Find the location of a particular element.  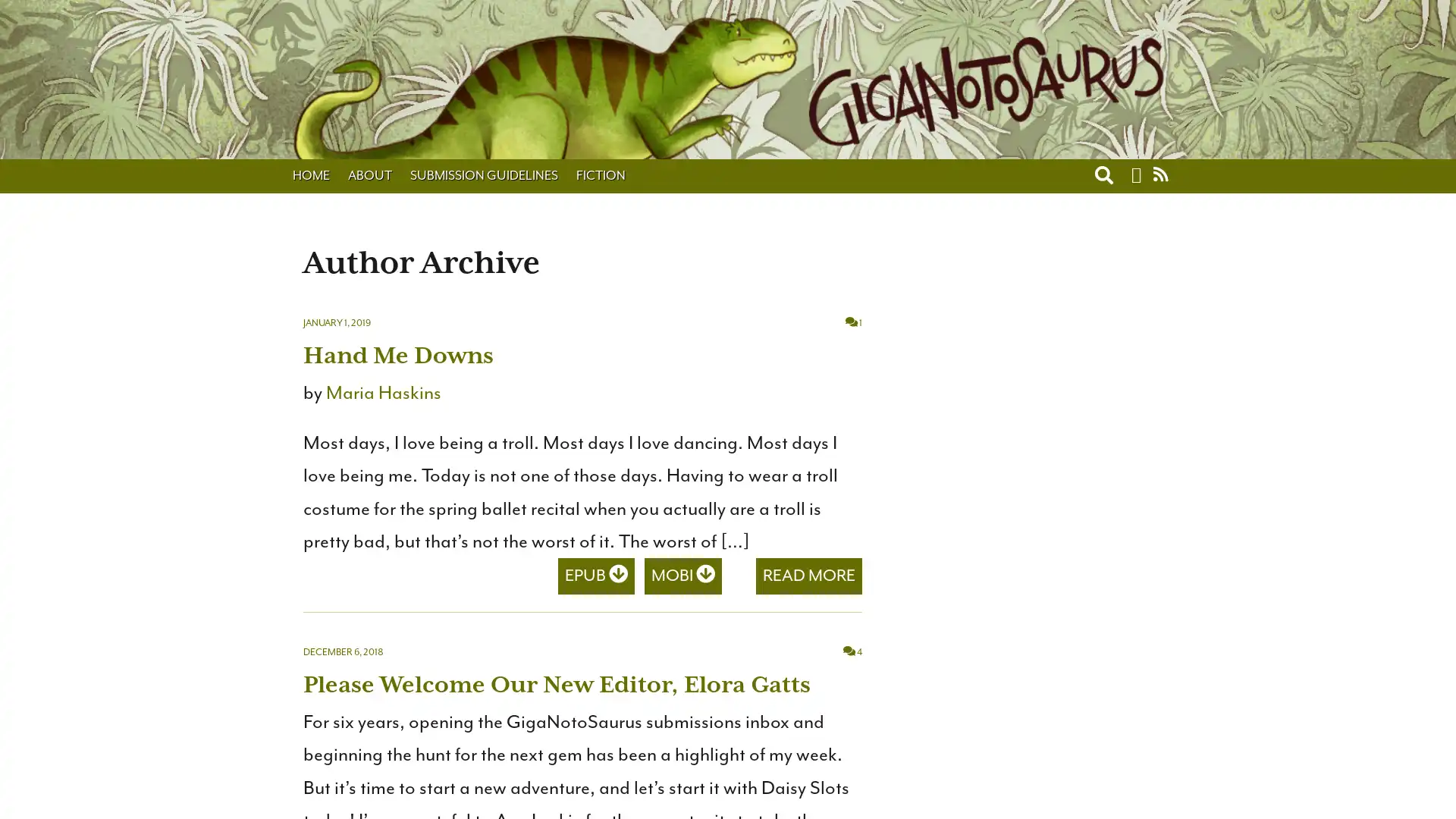

Toggle search is located at coordinates (1096, 174).